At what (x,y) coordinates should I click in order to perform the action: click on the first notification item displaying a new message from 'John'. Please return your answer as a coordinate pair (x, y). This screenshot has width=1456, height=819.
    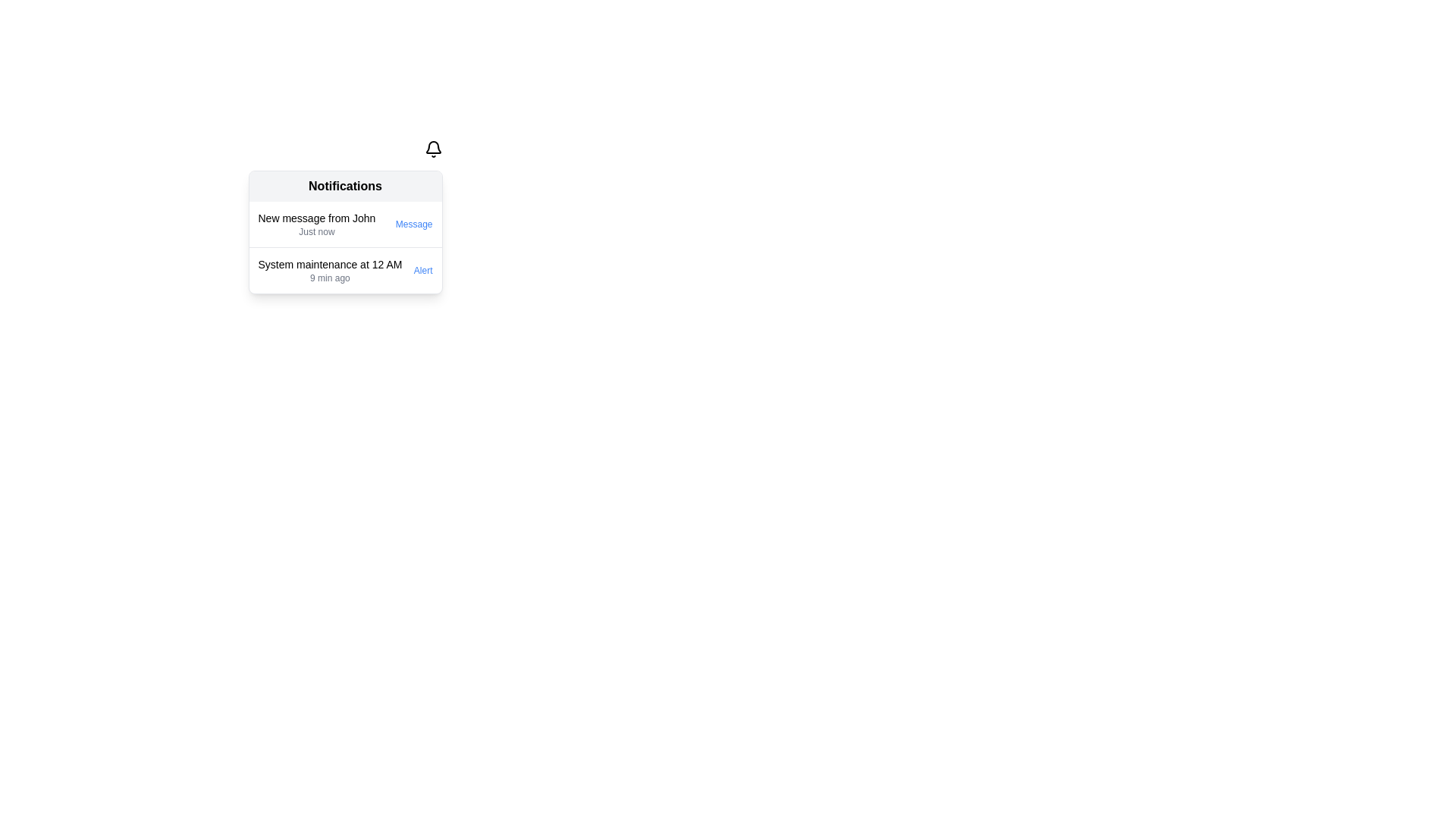
    Looking at the image, I should click on (315, 224).